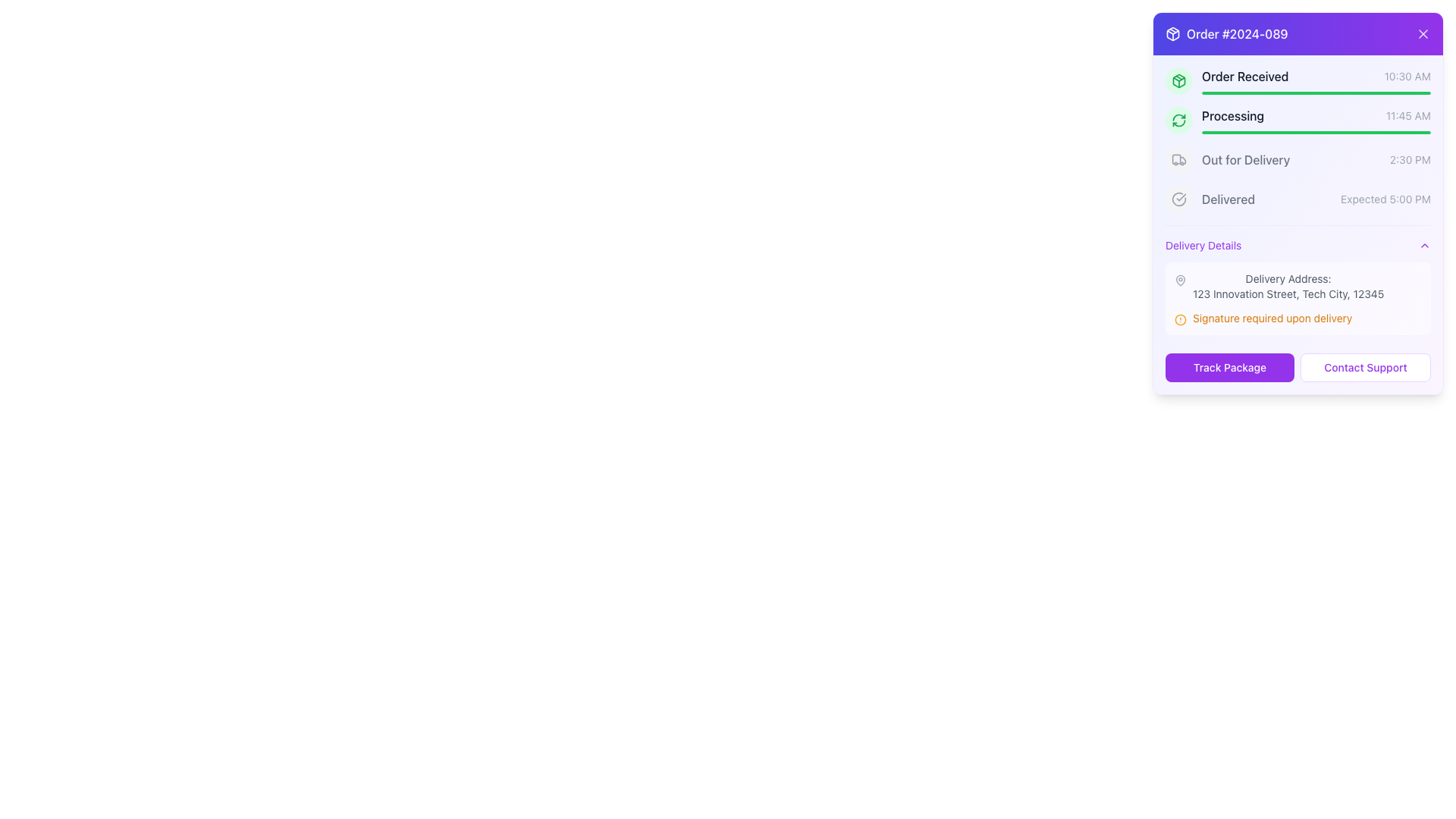 Image resolution: width=1456 pixels, height=819 pixels. Describe the element at coordinates (1178, 81) in the screenshot. I see `the small, cubic package icon with green outlines located in the header section of the right-side panel, to the left of the text 'Order #2024-089'` at that location.